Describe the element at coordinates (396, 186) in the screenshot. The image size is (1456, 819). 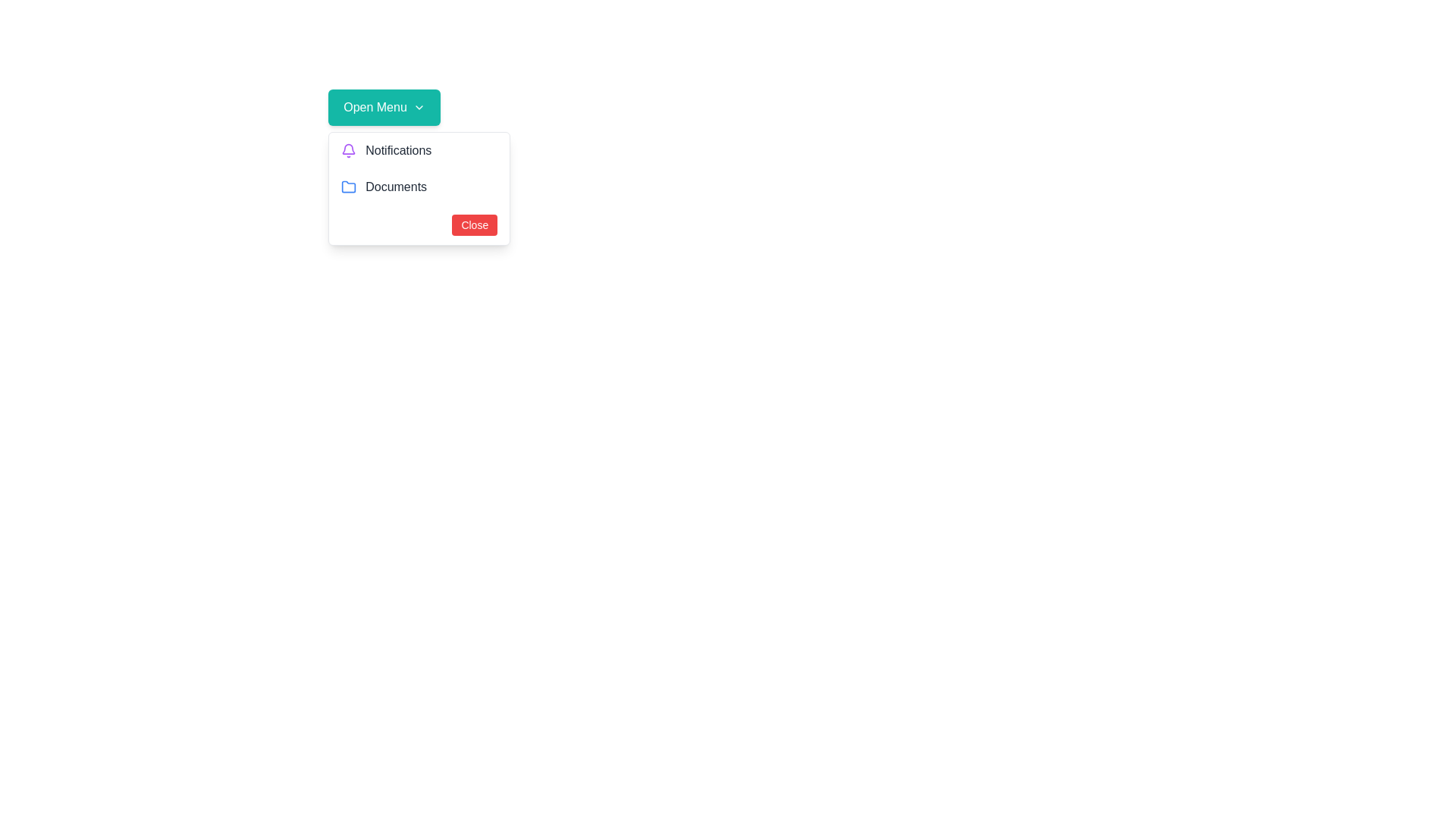
I see `the 'Documents' text label, which is styled in gray and positioned to the right of the folder icon, located below the 'Notifications' item in the dropdown menu` at that location.